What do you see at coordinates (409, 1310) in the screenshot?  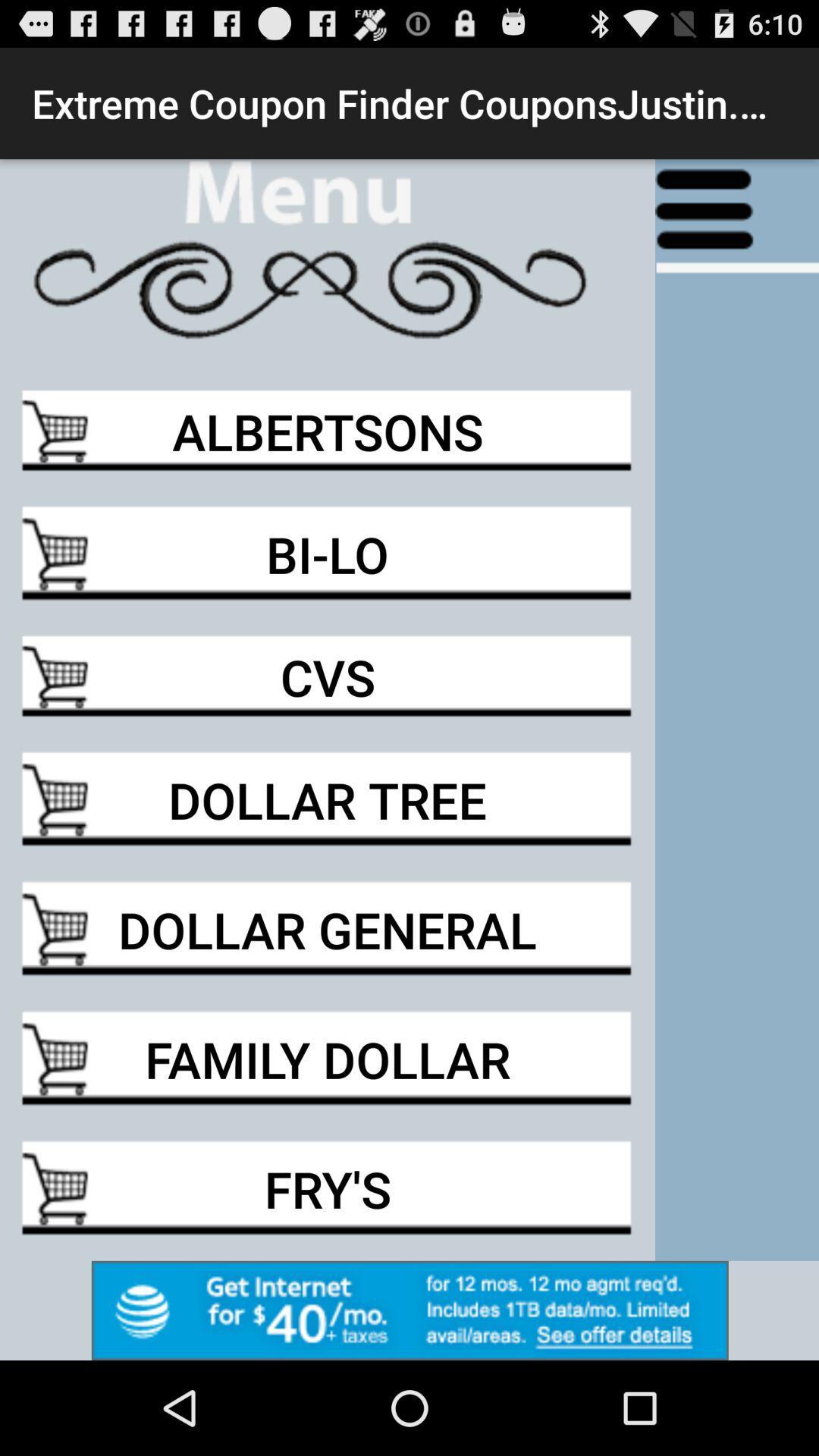 I see `to advertisement box` at bounding box center [409, 1310].